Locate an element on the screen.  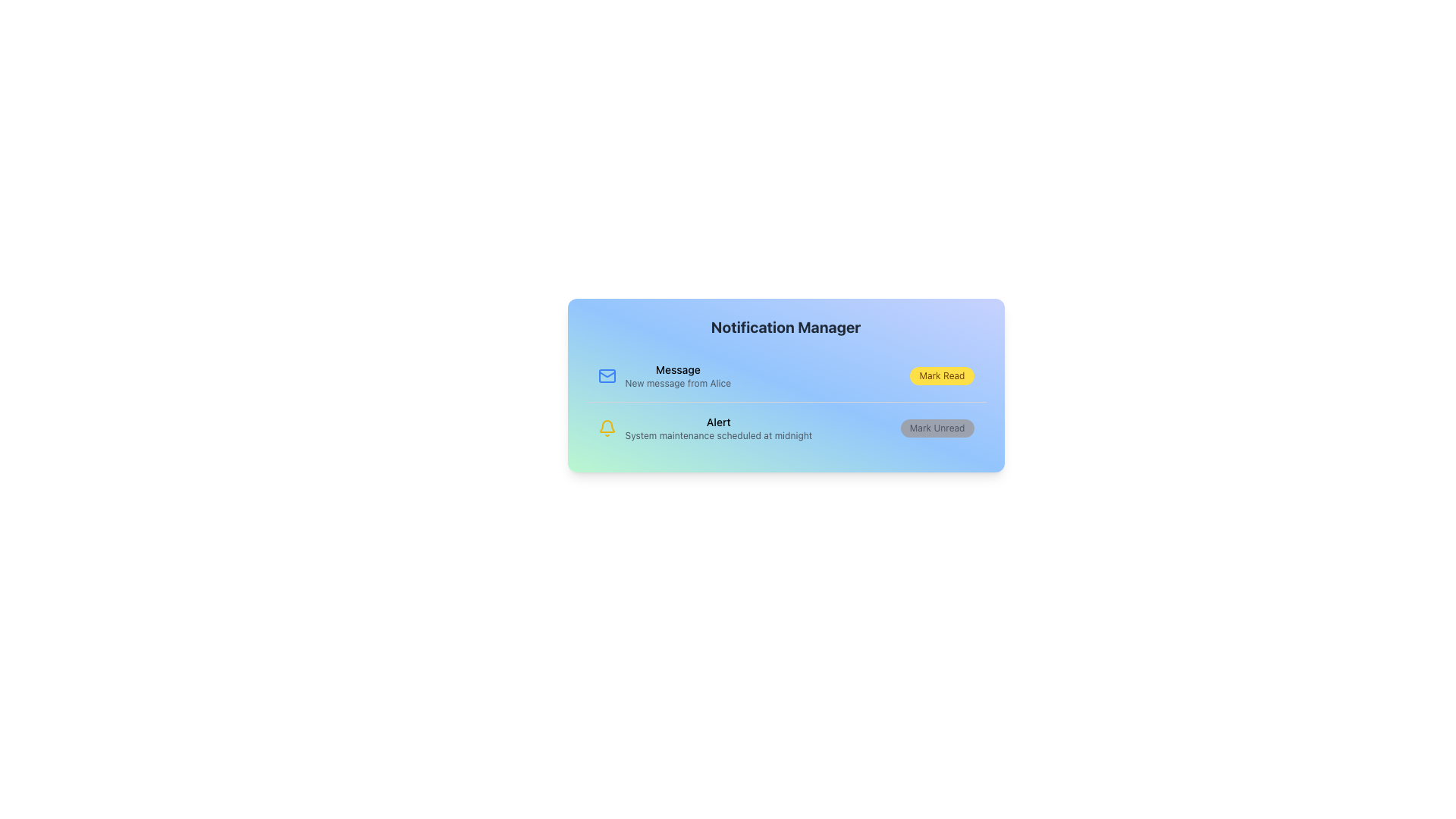
the 'Notification Manager' text label, which serves as the title or header for the section and is positioned at the top of the layout is located at coordinates (786, 327).